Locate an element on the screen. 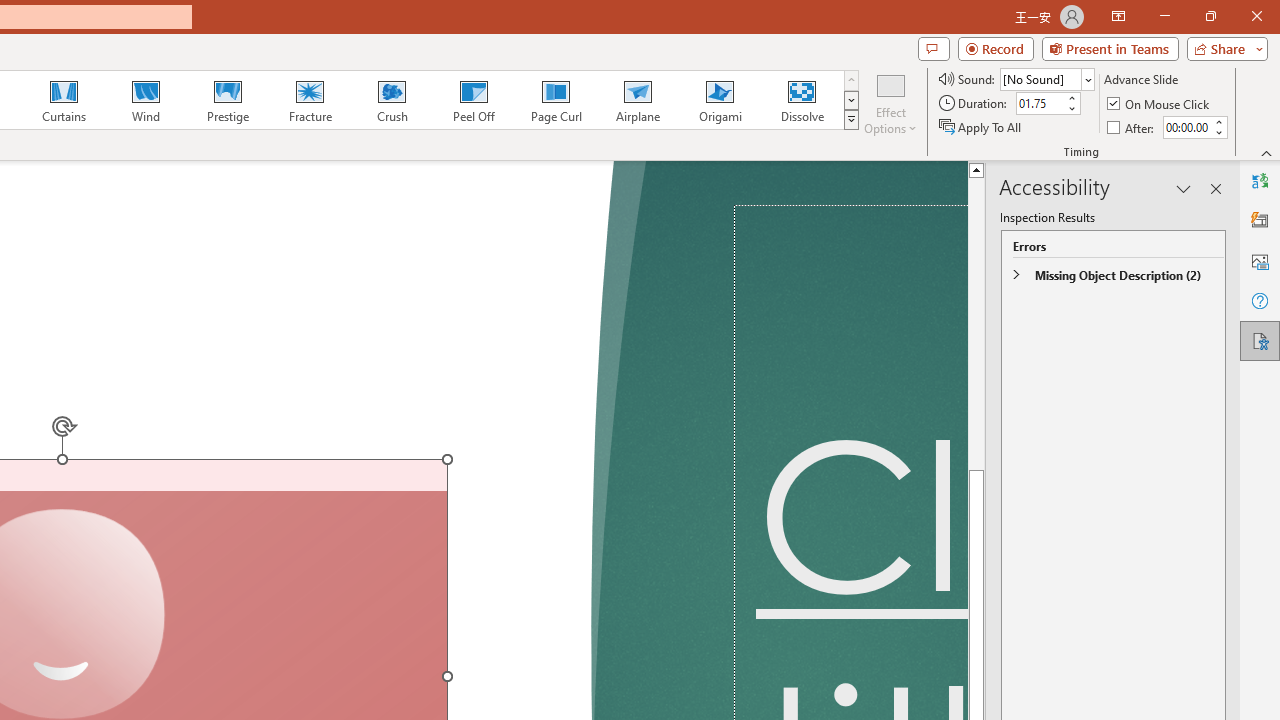 This screenshot has height=720, width=1280. 'After' is located at coordinates (1132, 127).